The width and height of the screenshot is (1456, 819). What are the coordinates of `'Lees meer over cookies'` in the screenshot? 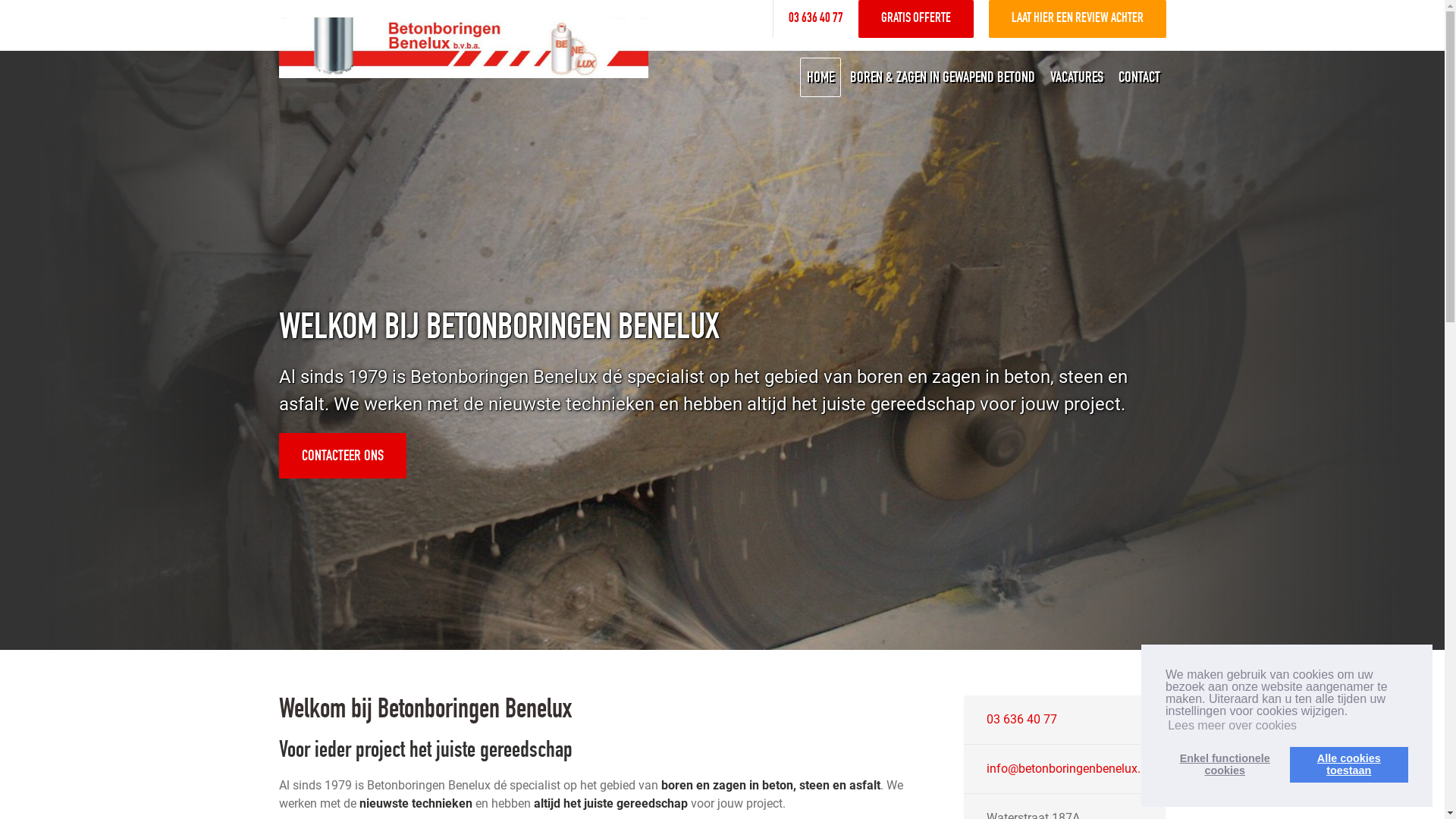 It's located at (1164, 724).